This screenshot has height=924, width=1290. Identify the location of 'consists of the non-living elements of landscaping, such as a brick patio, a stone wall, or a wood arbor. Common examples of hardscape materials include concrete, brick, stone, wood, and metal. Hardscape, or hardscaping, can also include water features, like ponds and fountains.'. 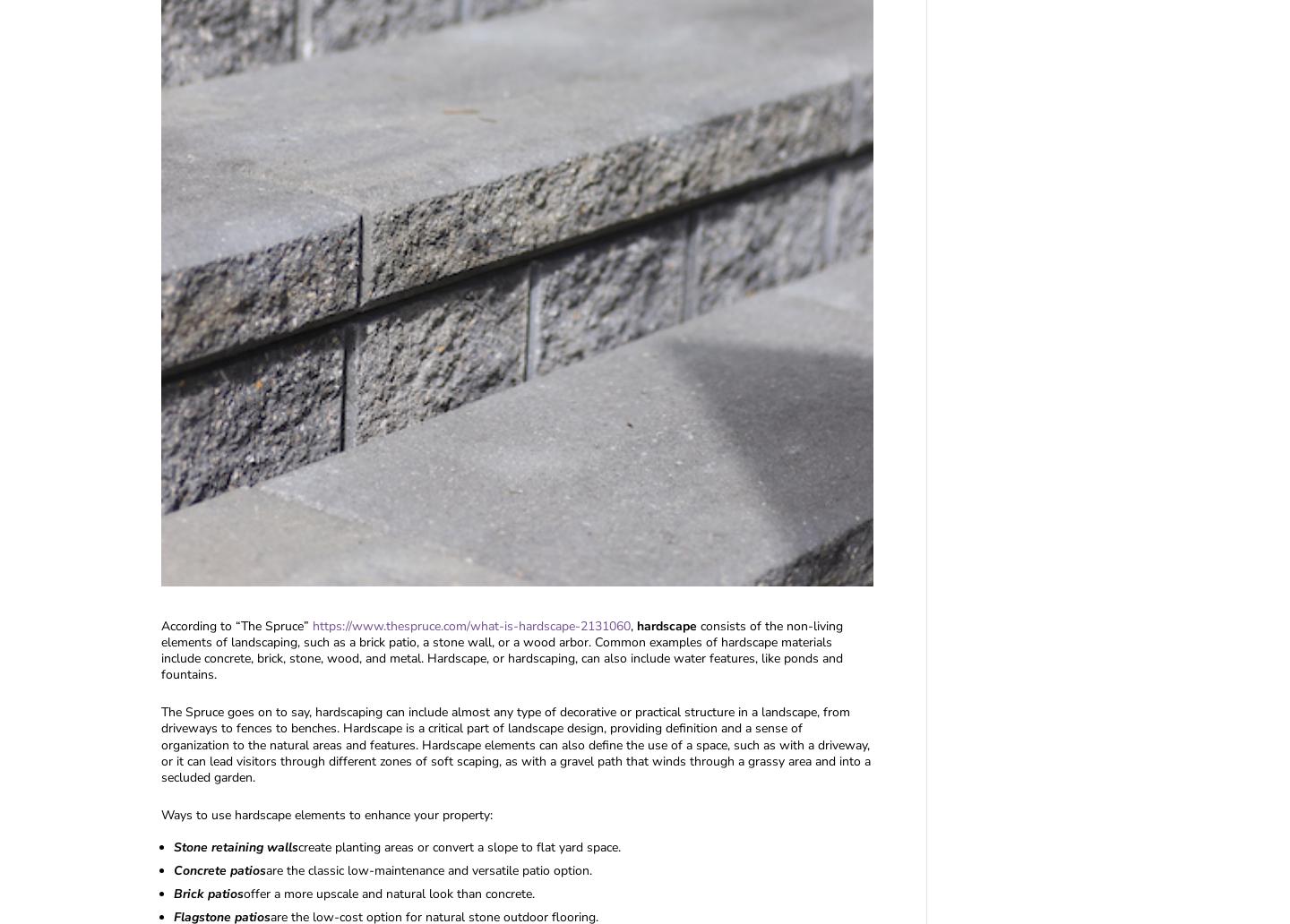
(160, 649).